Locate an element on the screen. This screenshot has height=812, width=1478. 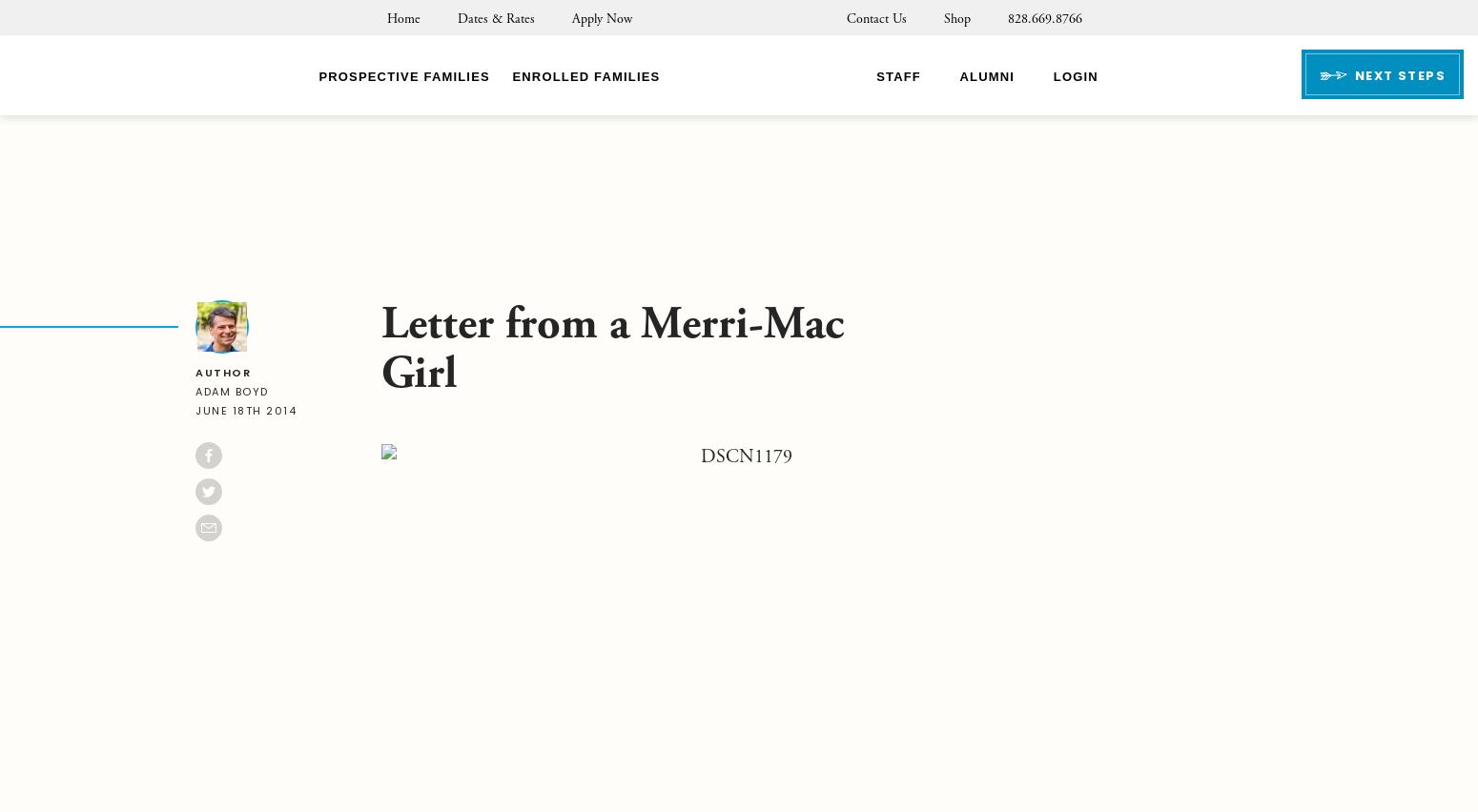
'828.669.8766' is located at coordinates (1043, 18).